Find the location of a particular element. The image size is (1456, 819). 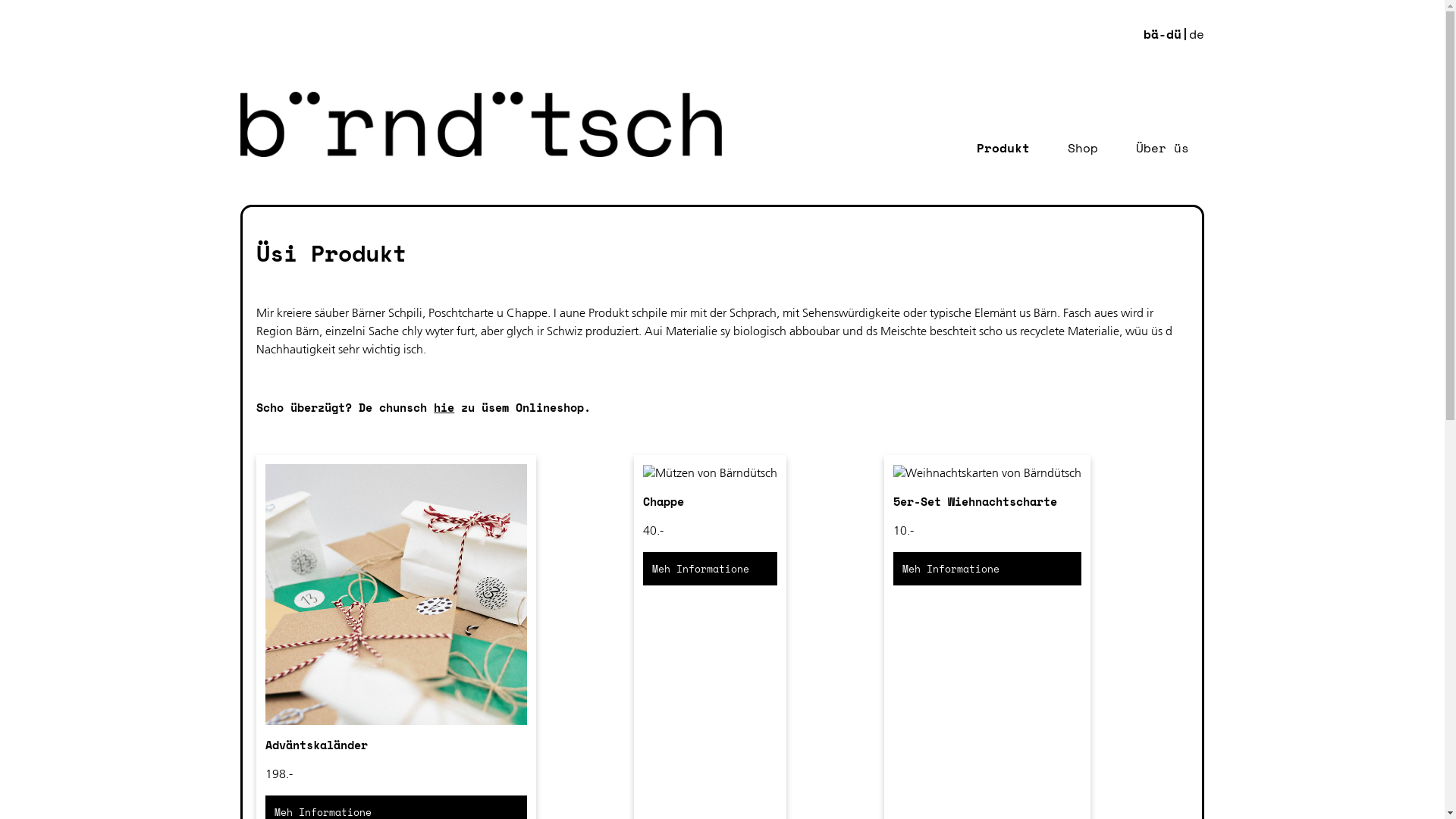

'Produkt' is located at coordinates (1003, 148).